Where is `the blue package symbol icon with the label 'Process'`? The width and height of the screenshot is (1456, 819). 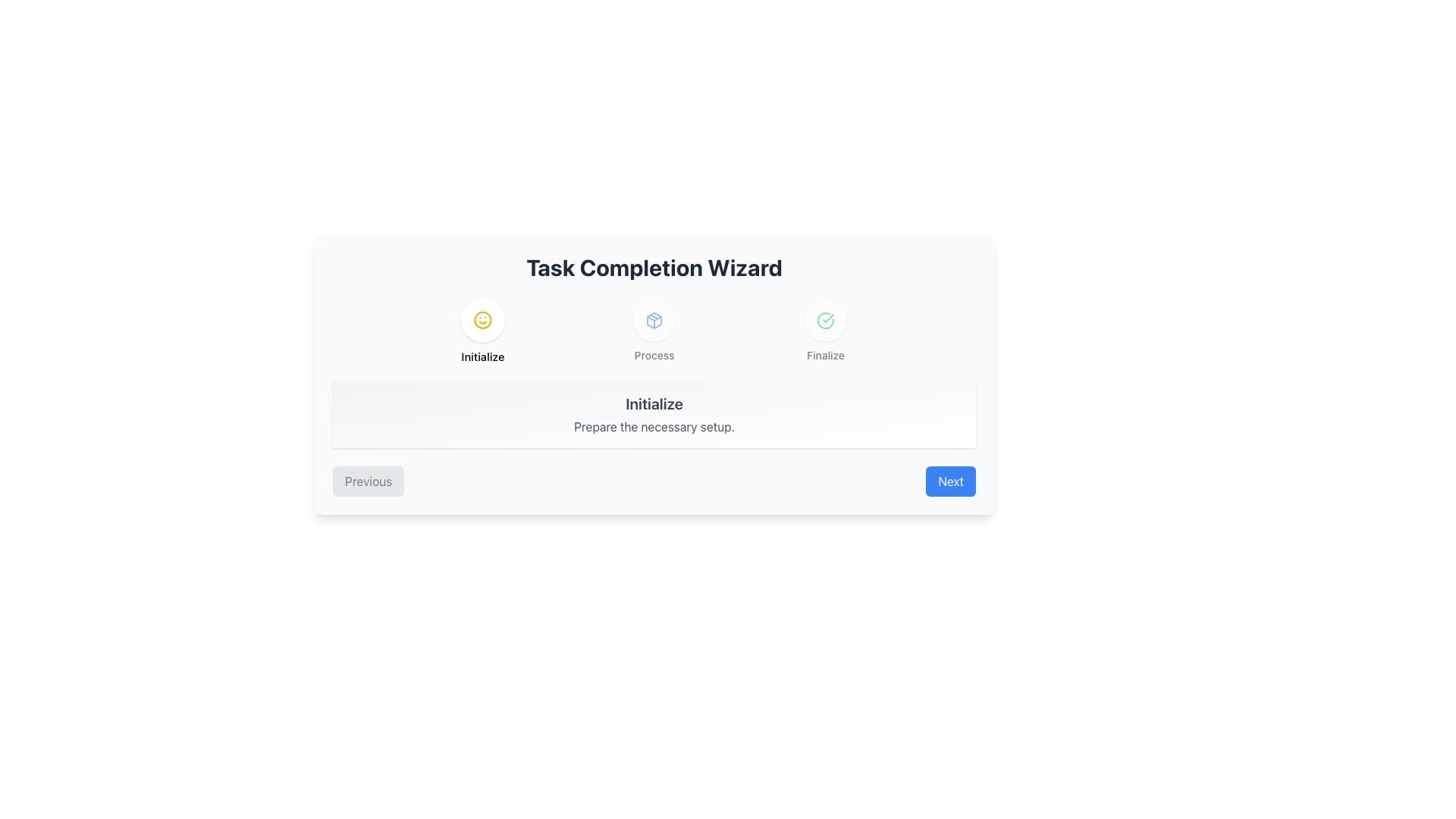
the blue package symbol icon with the label 'Process' is located at coordinates (654, 330).